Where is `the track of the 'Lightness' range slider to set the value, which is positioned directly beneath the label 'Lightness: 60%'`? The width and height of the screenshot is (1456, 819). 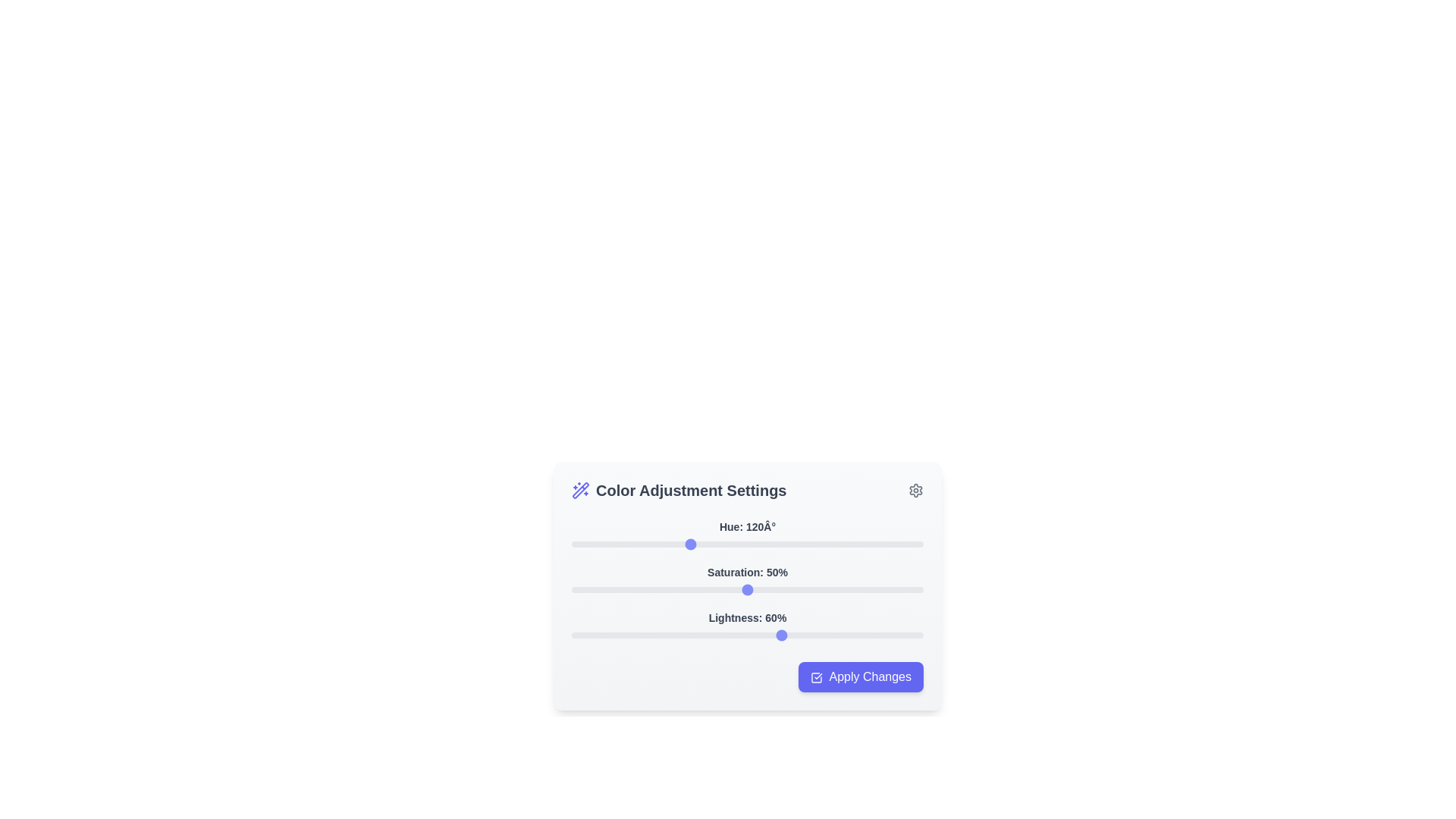 the track of the 'Lightness' range slider to set the value, which is positioned directly beneath the label 'Lightness: 60%' is located at coordinates (747, 635).